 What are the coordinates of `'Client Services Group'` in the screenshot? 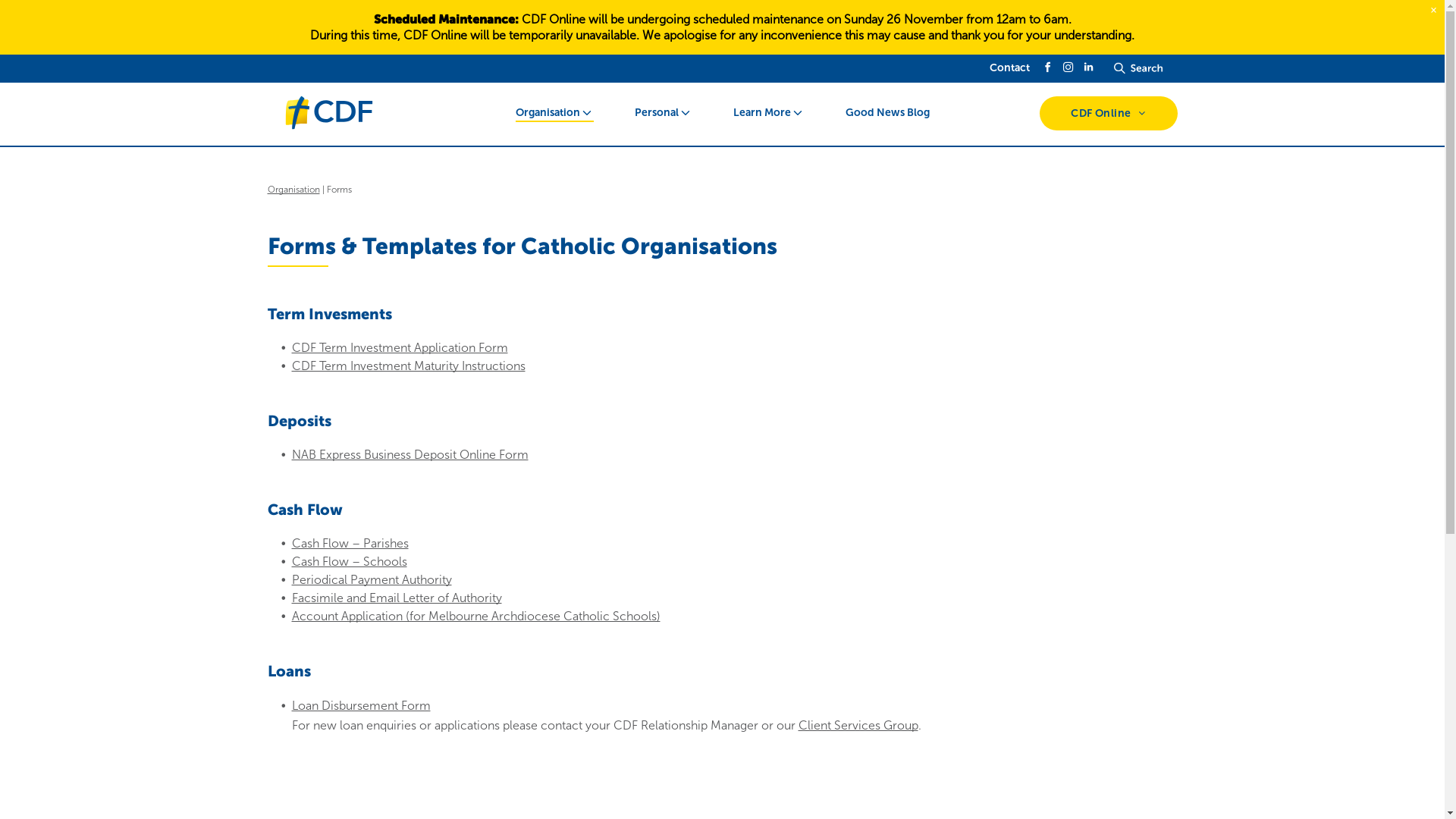 It's located at (858, 724).